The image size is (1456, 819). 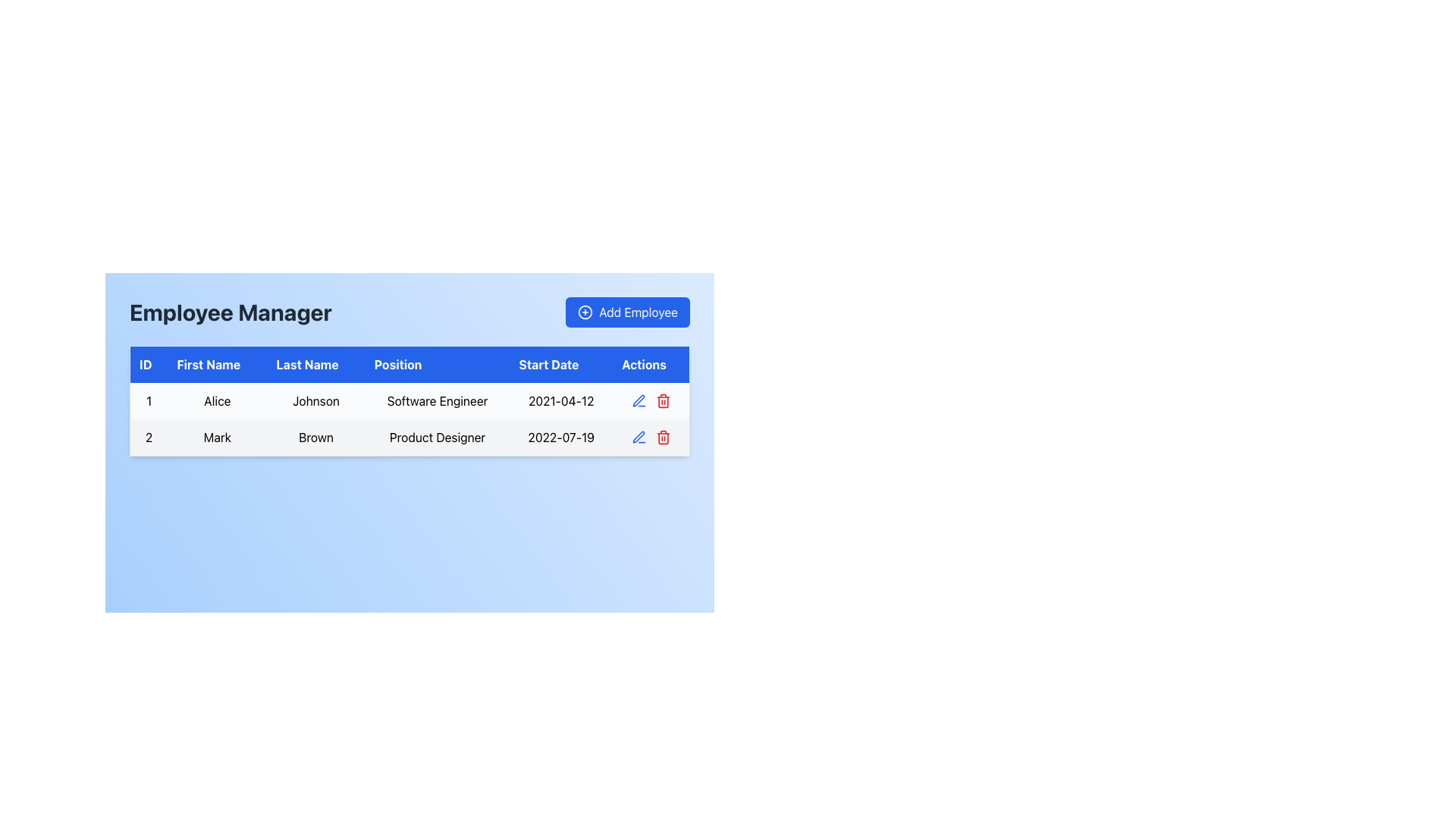 I want to click on static text label for the 'Last Name' column in the data table, which is located in the header row styled with a blue background and white text, so click(x=315, y=364).